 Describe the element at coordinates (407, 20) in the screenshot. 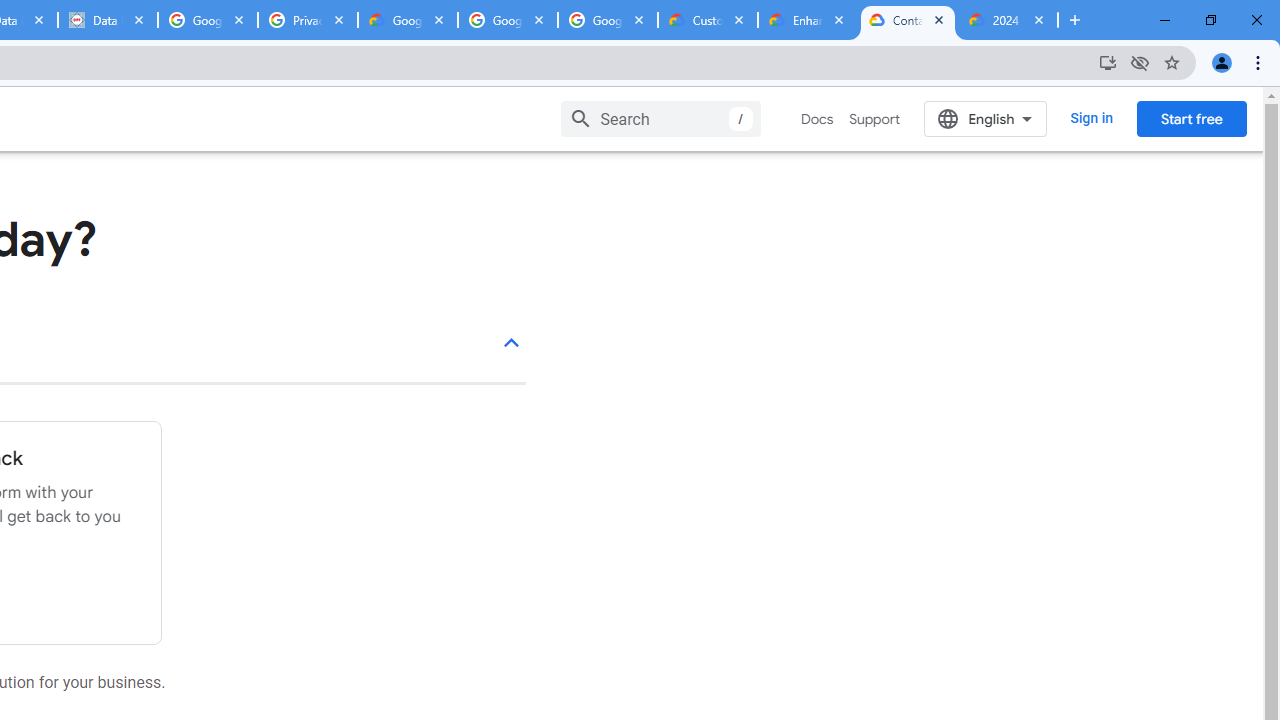

I see `'Google Cloud Terms Directory | Google Cloud'` at that location.